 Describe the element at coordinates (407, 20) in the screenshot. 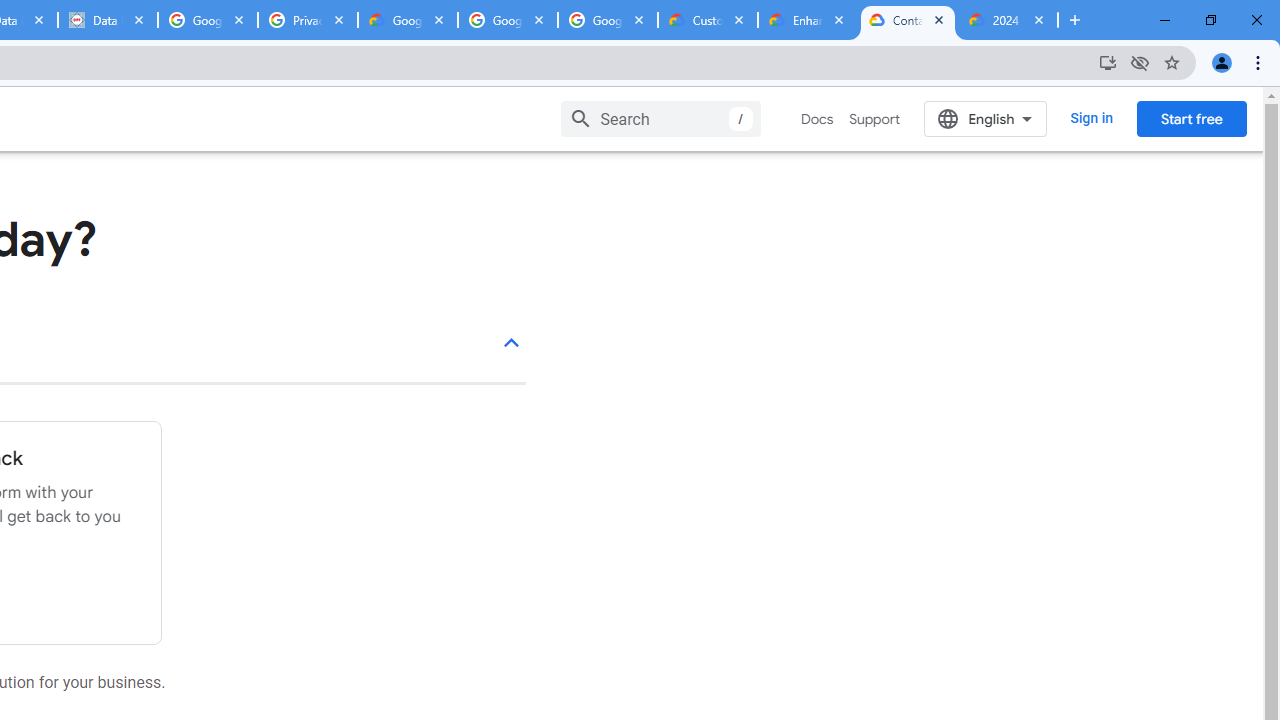

I see `'Google Cloud Terms Directory | Google Cloud'` at that location.